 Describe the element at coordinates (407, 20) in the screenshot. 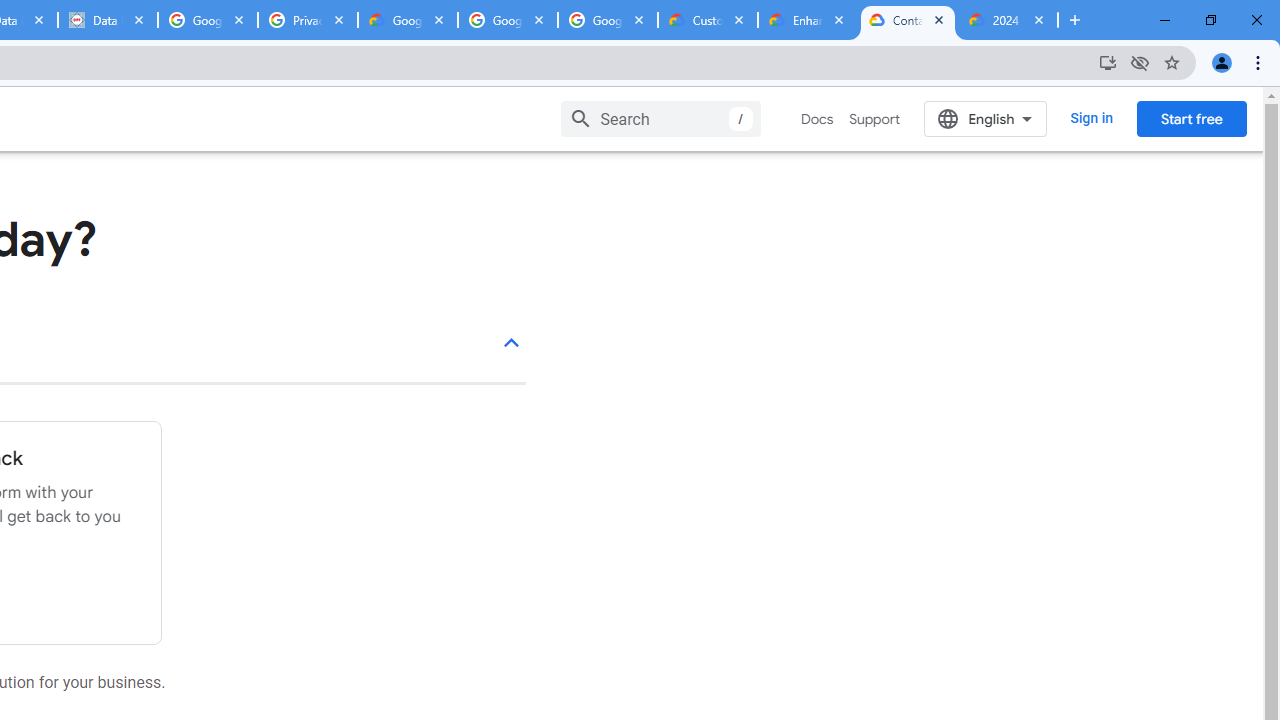

I see `'Google Cloud Terms Directory | Google Cloud'` at that location.